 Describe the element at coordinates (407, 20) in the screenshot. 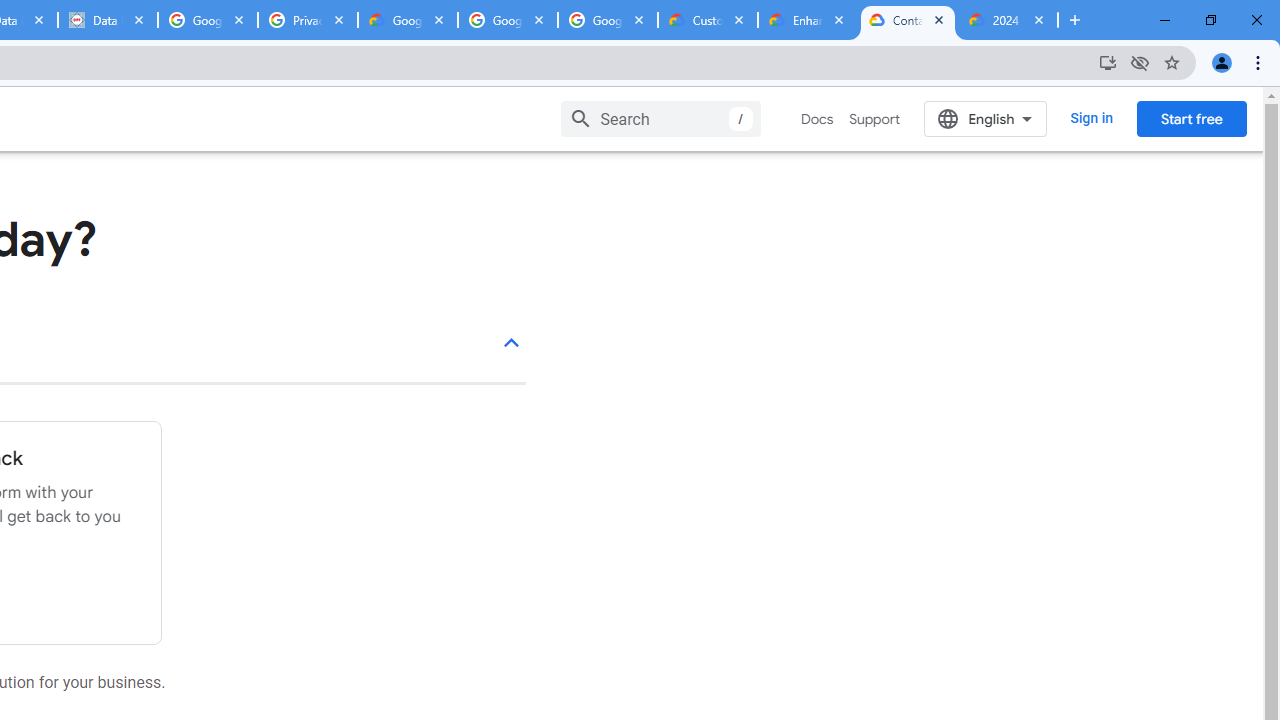

I see `'Google Cloud Terms Directory | Google Cloud'` at that location.